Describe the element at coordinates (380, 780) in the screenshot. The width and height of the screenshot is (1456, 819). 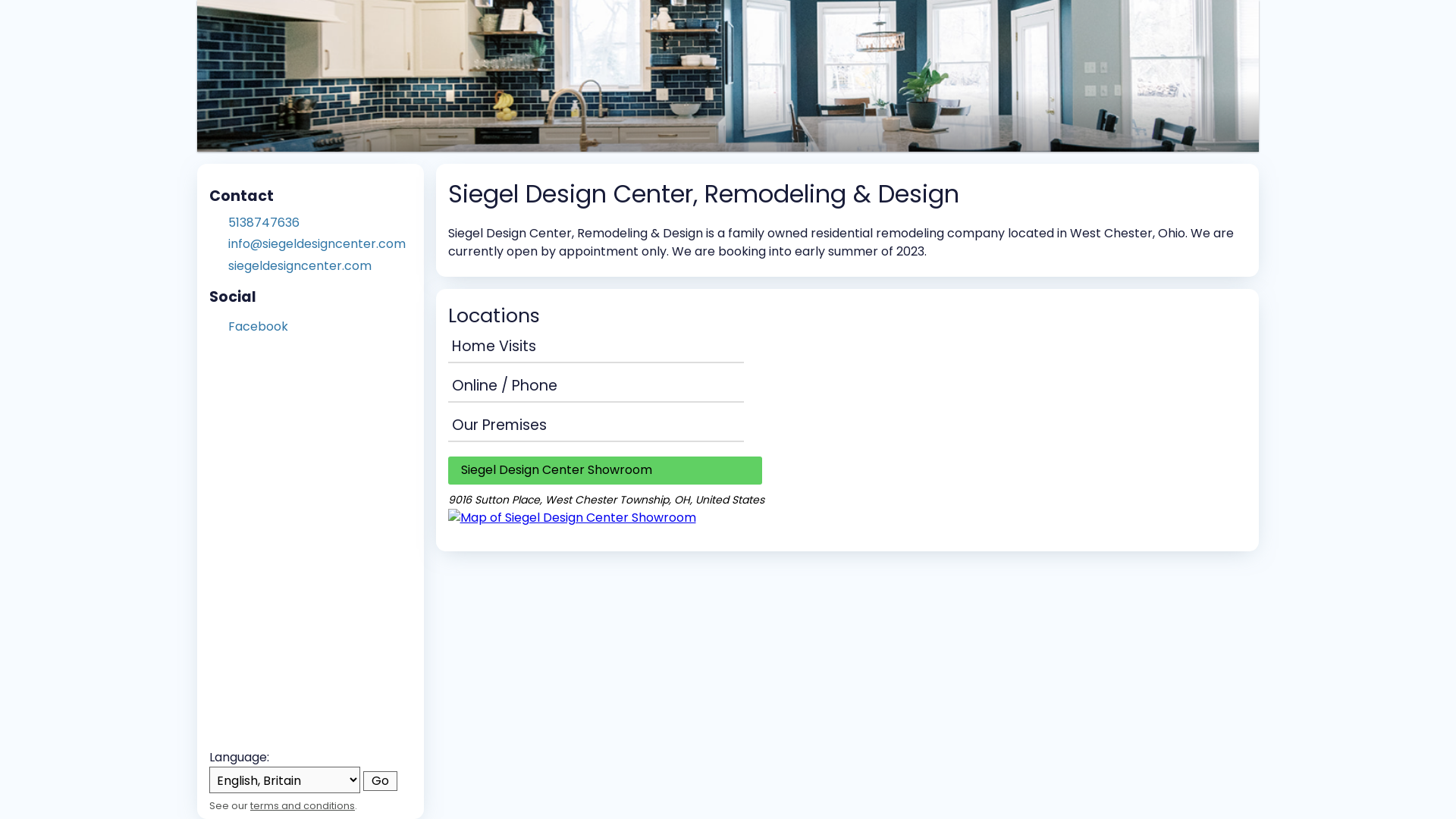
I see `'Go'` at that location.